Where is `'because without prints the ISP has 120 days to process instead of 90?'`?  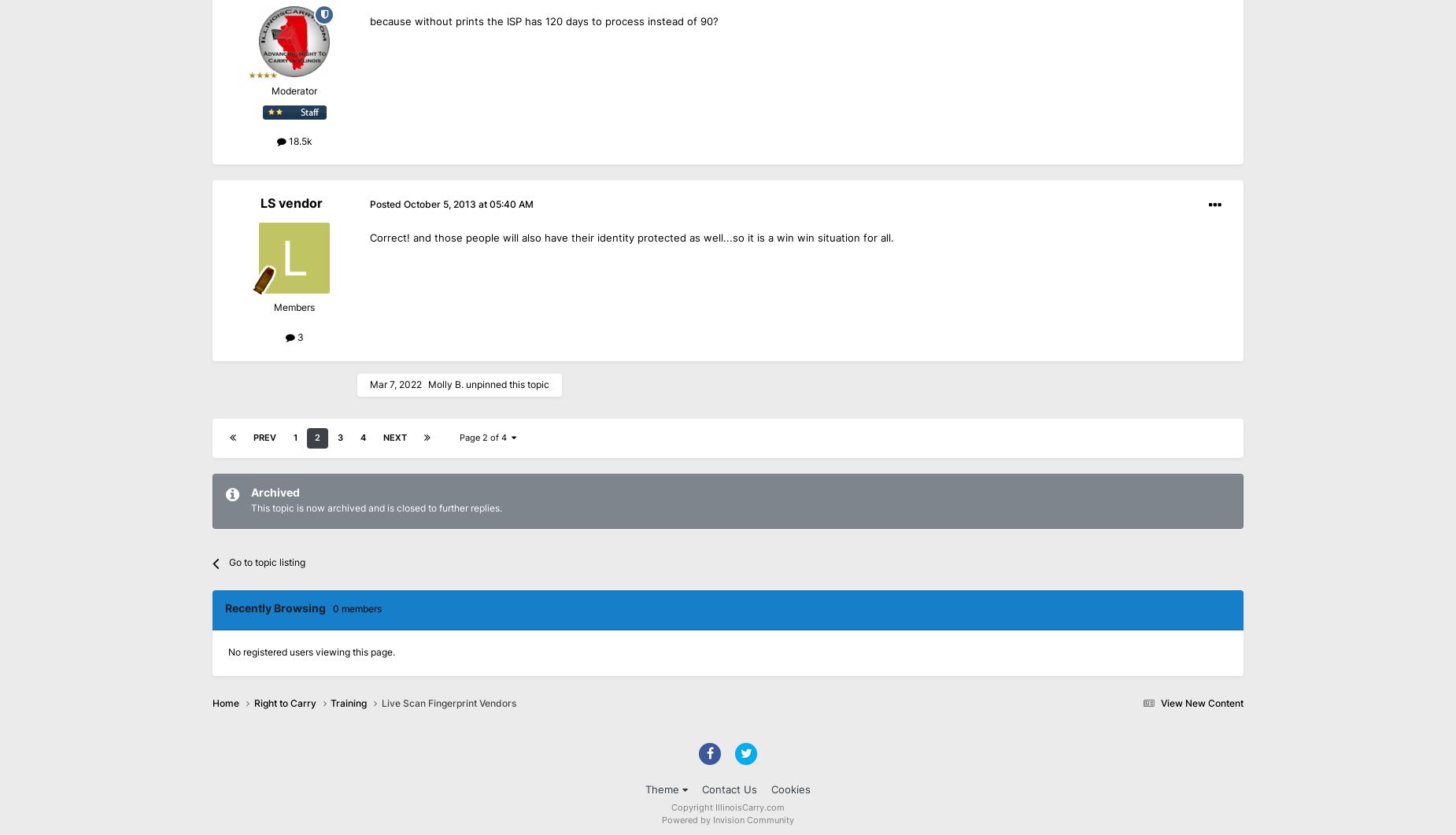 'because without prints the ISP has 120 days to process instead of 90?' is located at coordinates (370, 21).